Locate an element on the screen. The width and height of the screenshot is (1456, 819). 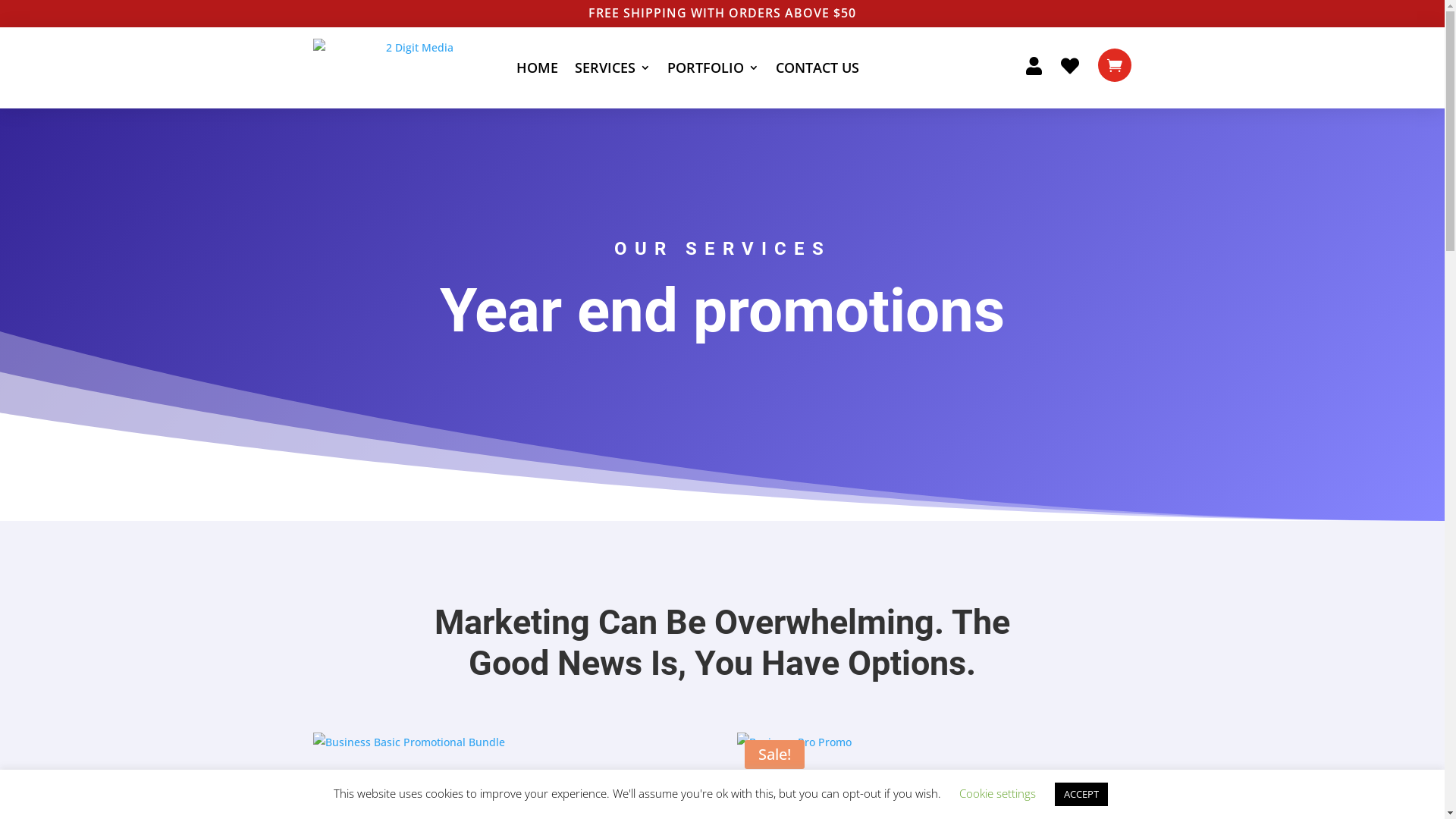
'PORTFOLIO' is located at coordinates (712, 67).